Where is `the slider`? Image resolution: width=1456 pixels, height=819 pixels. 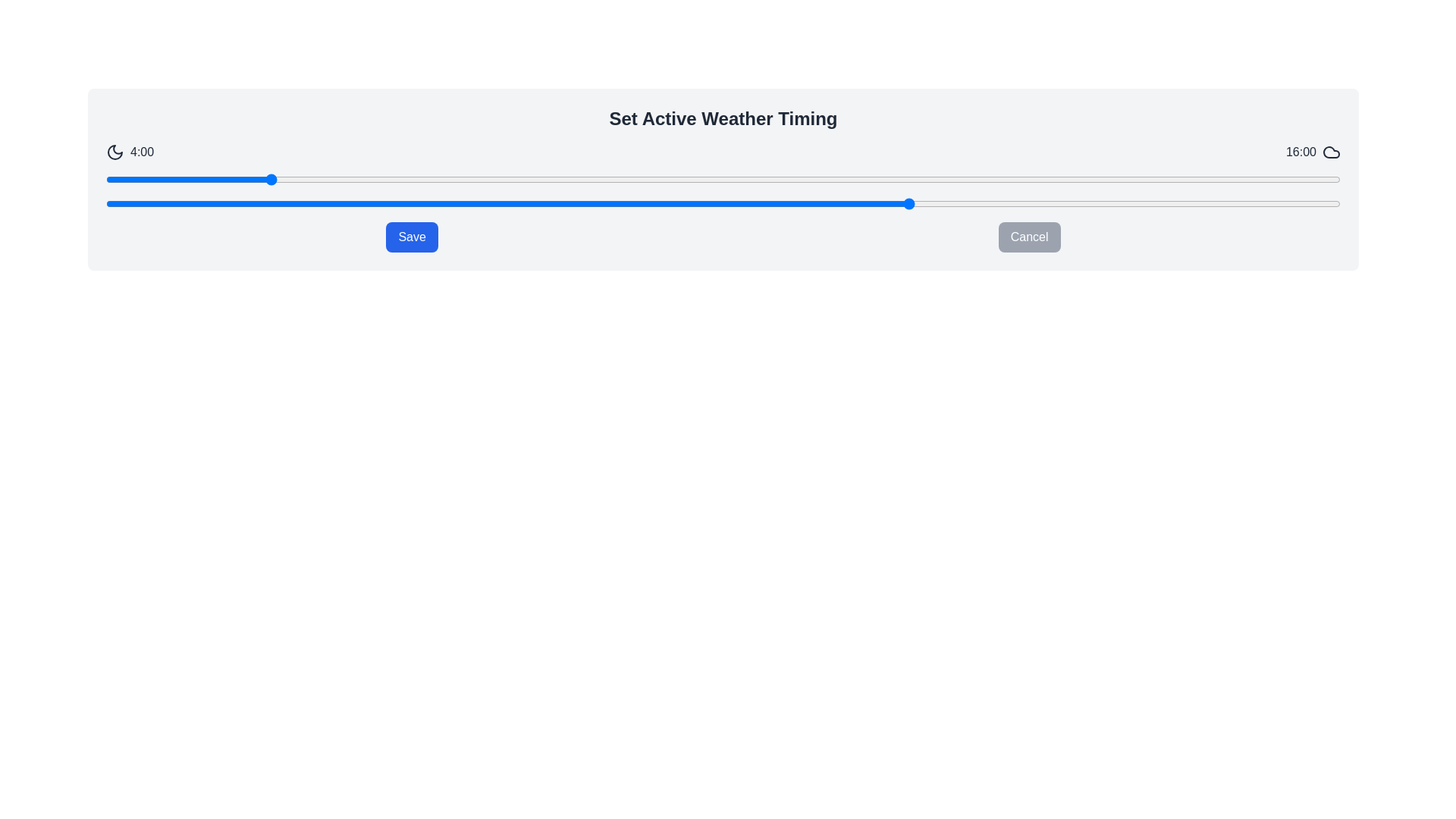
the slider is located at coordinates (1233, 203).